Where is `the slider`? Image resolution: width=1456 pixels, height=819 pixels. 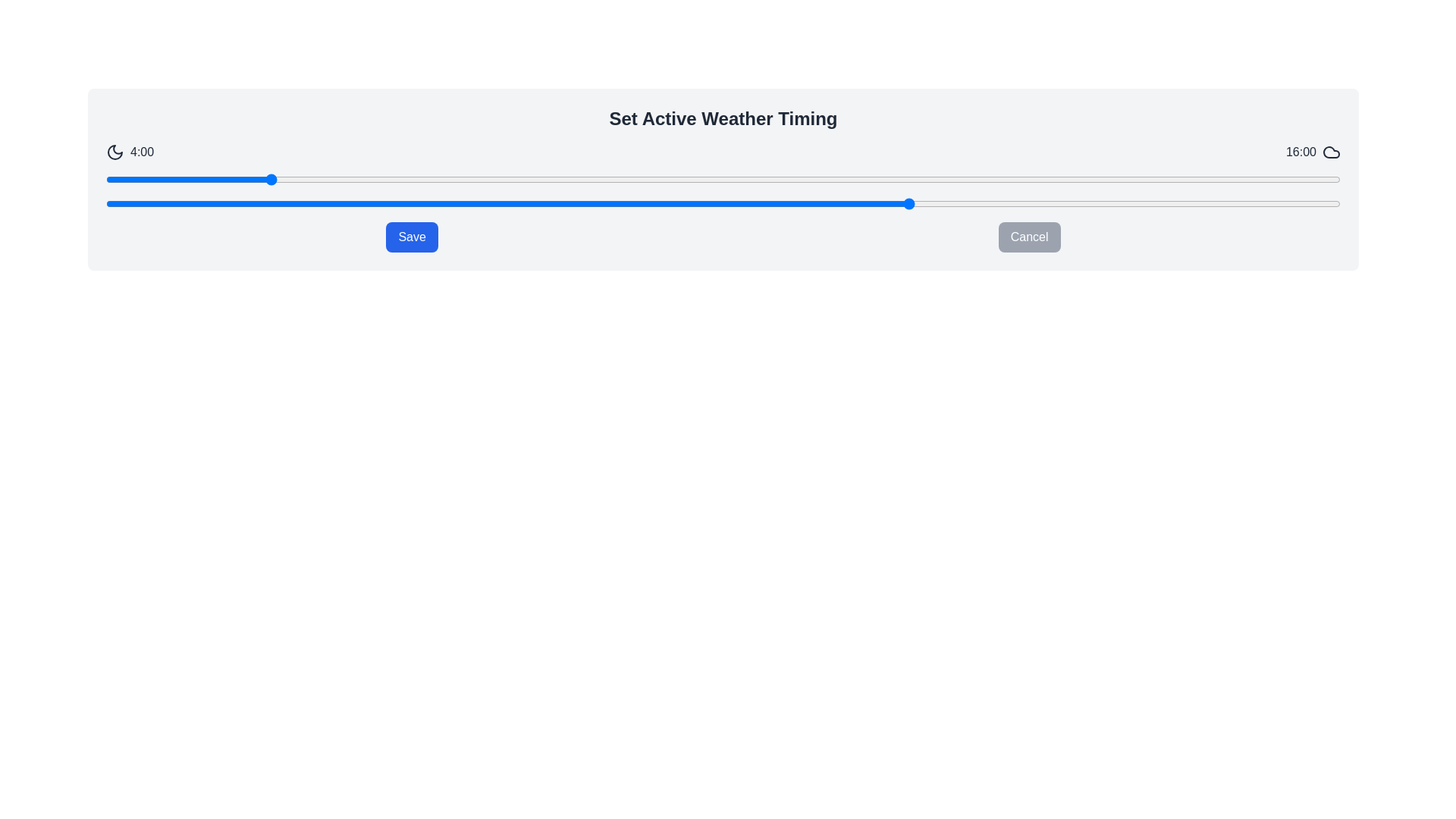
the slider is located at coordinates (1233, 203).